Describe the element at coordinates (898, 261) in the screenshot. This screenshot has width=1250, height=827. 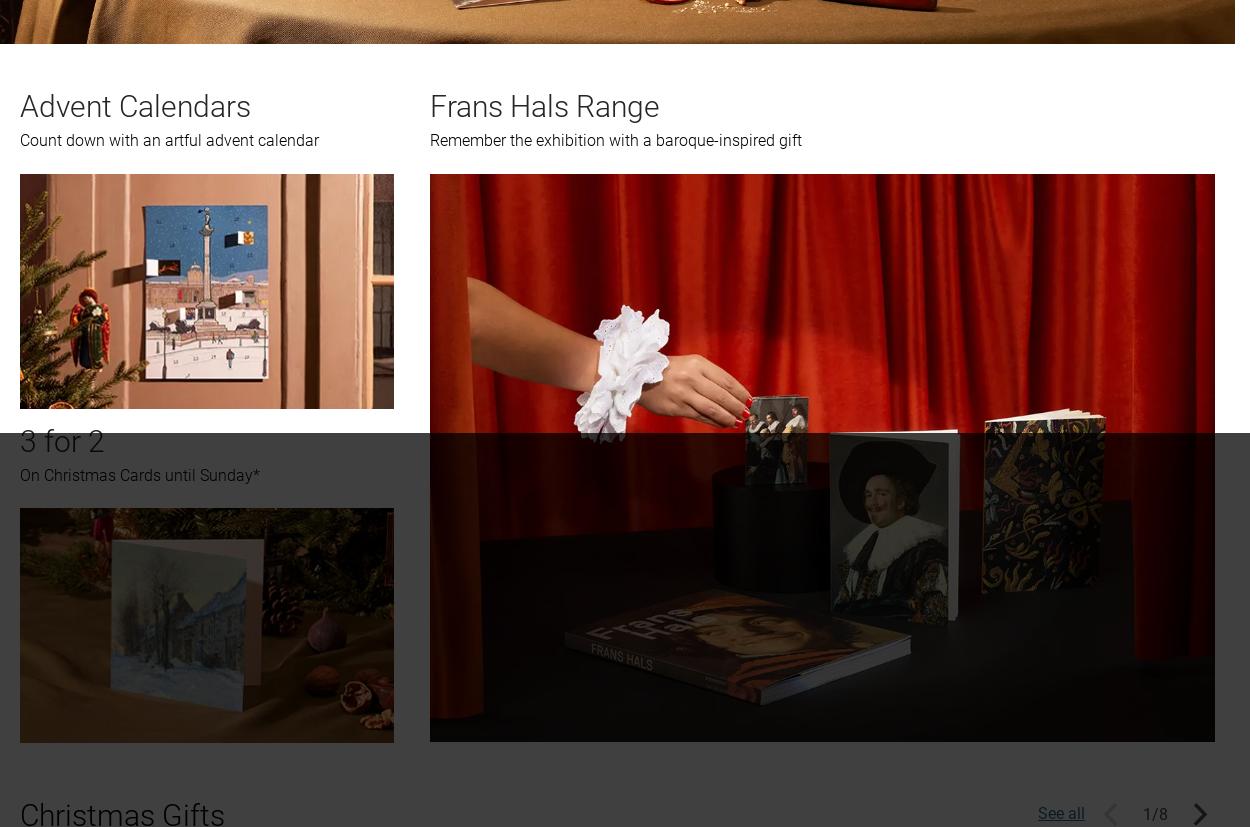
I see `'Accept all cookies'` at that location.